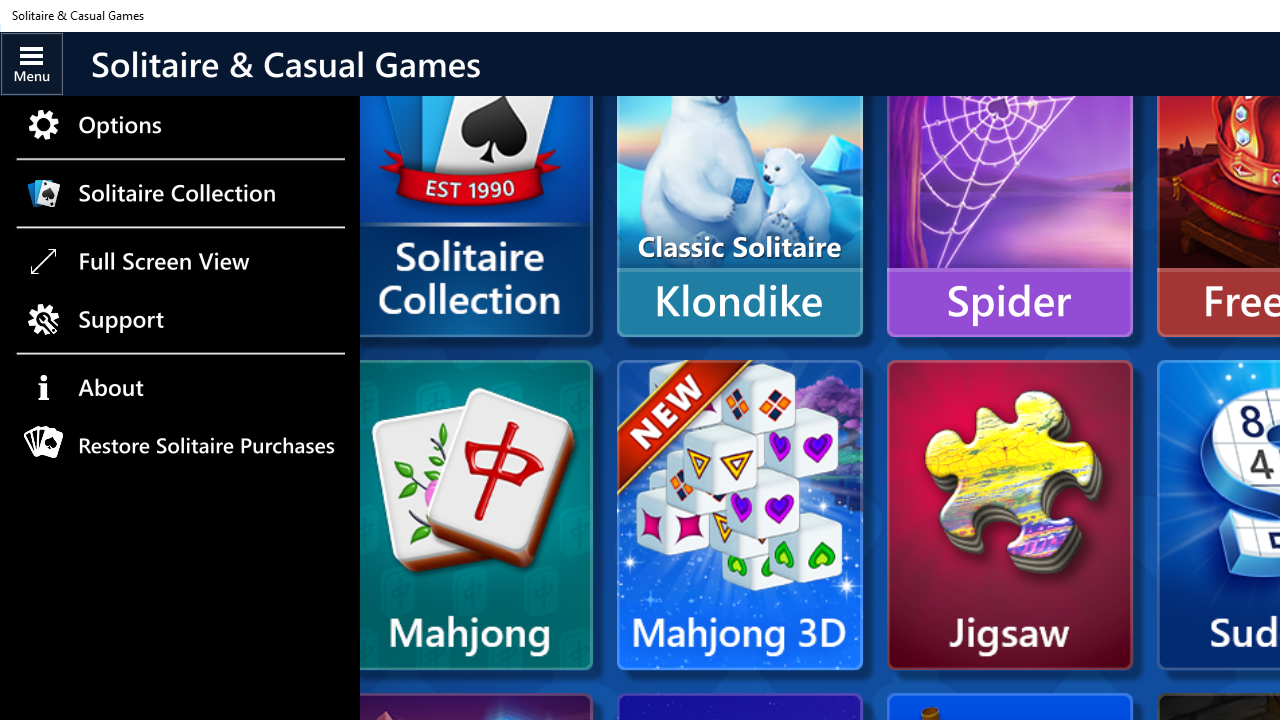 The height and width of the screenshot is (720, 1280). I want to click on 'Classic Solitaire, Klondike', so click(738, 182).